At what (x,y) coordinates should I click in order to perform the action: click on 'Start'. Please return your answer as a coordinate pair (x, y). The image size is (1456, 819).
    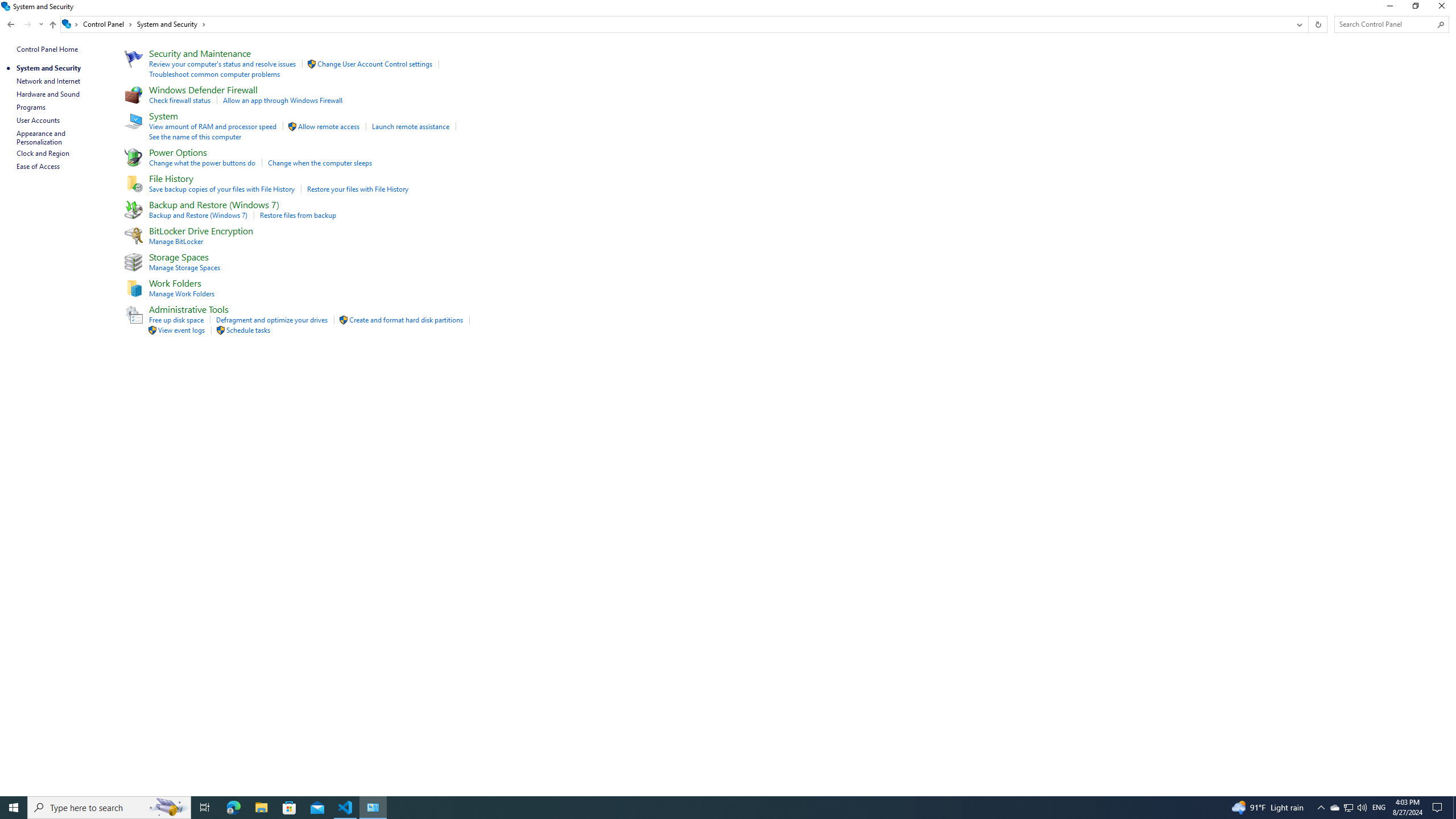
    Looking at the image, I should click on (14, 806).